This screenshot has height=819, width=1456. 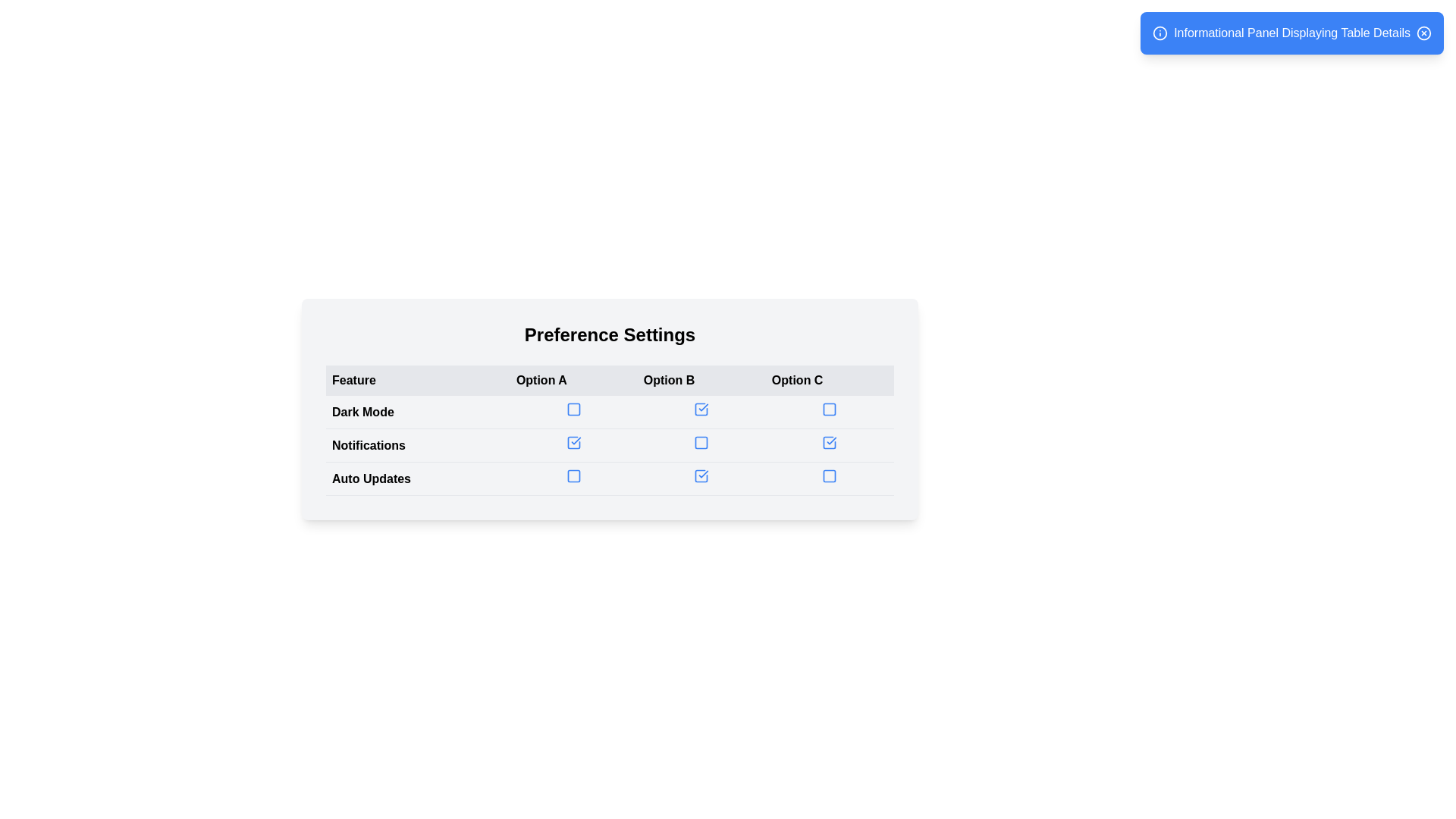 What do you see at coordinates (573, 475) in the screenshot?
I see `the checkbox located in the third row and first column of the 'Preference Settings' table under the 'Feature' column next to the 'Auto Updates' label to trigger the focus effect` at bounding box center [573, 475].